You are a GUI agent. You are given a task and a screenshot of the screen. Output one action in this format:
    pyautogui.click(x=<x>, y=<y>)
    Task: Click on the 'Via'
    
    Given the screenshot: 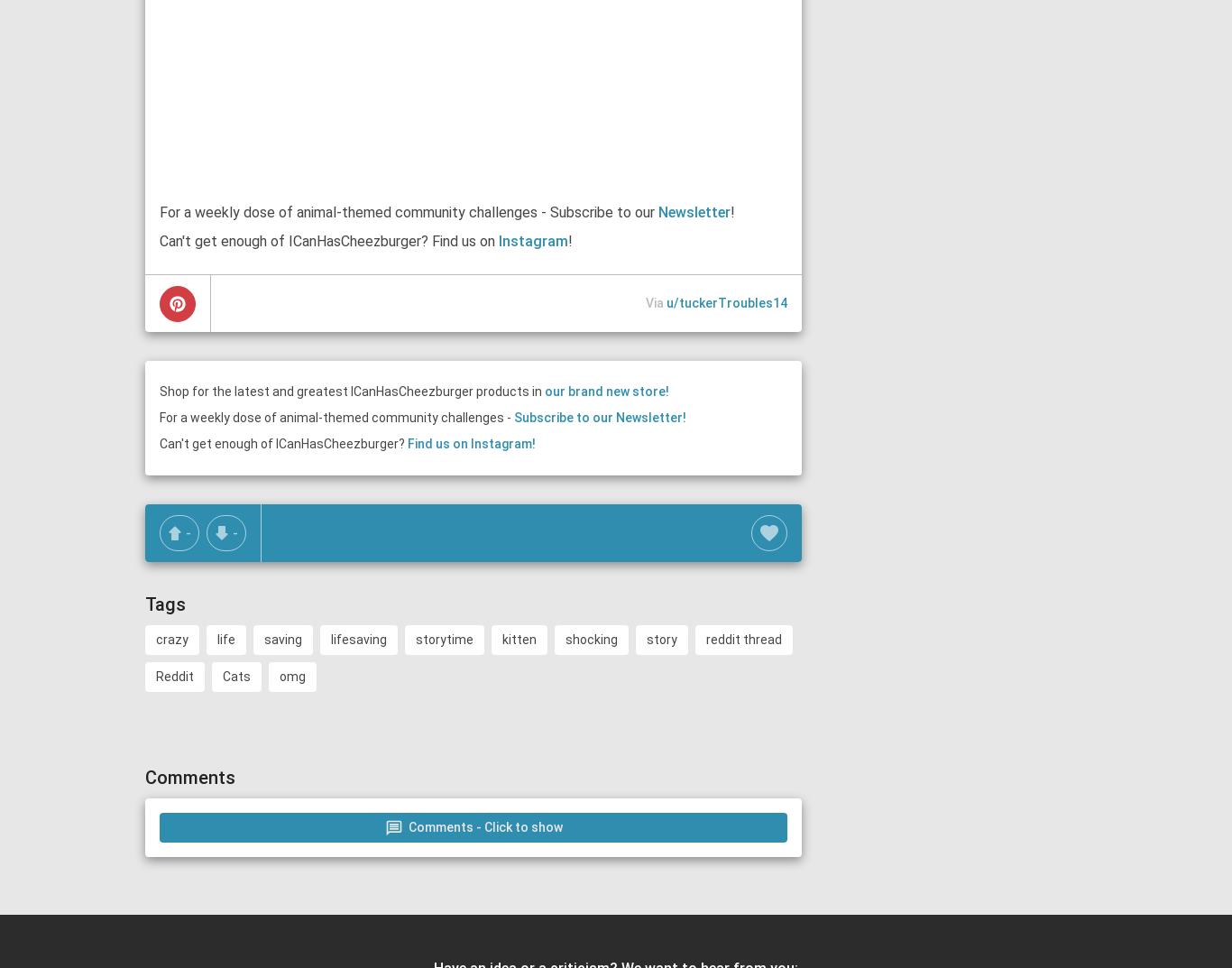 What is the action you would take?
    pyautogui.click(x=656, y=302)
    